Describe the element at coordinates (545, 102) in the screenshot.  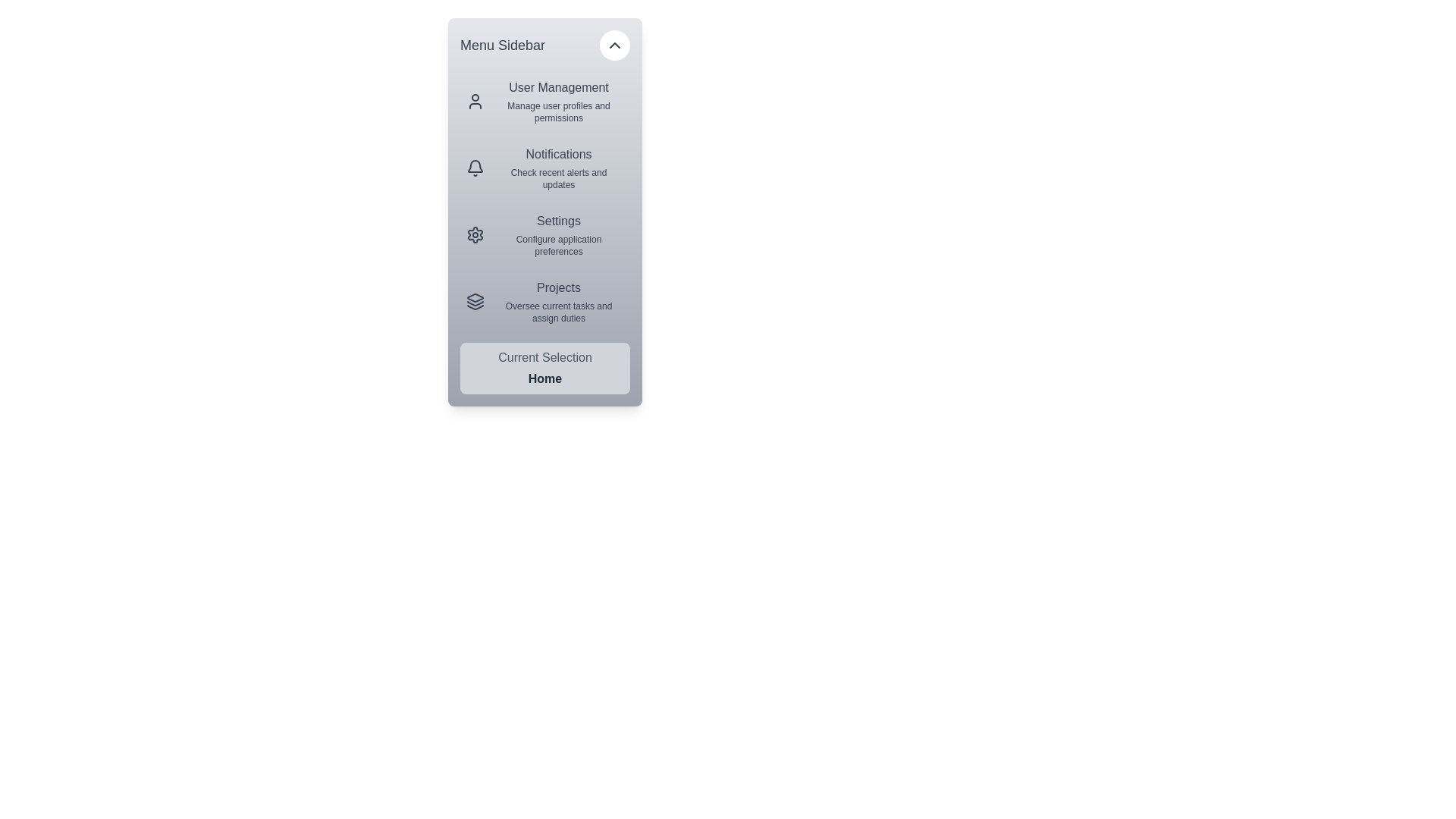
I see `the 'User Management' button in the sidebar menu` at that location.